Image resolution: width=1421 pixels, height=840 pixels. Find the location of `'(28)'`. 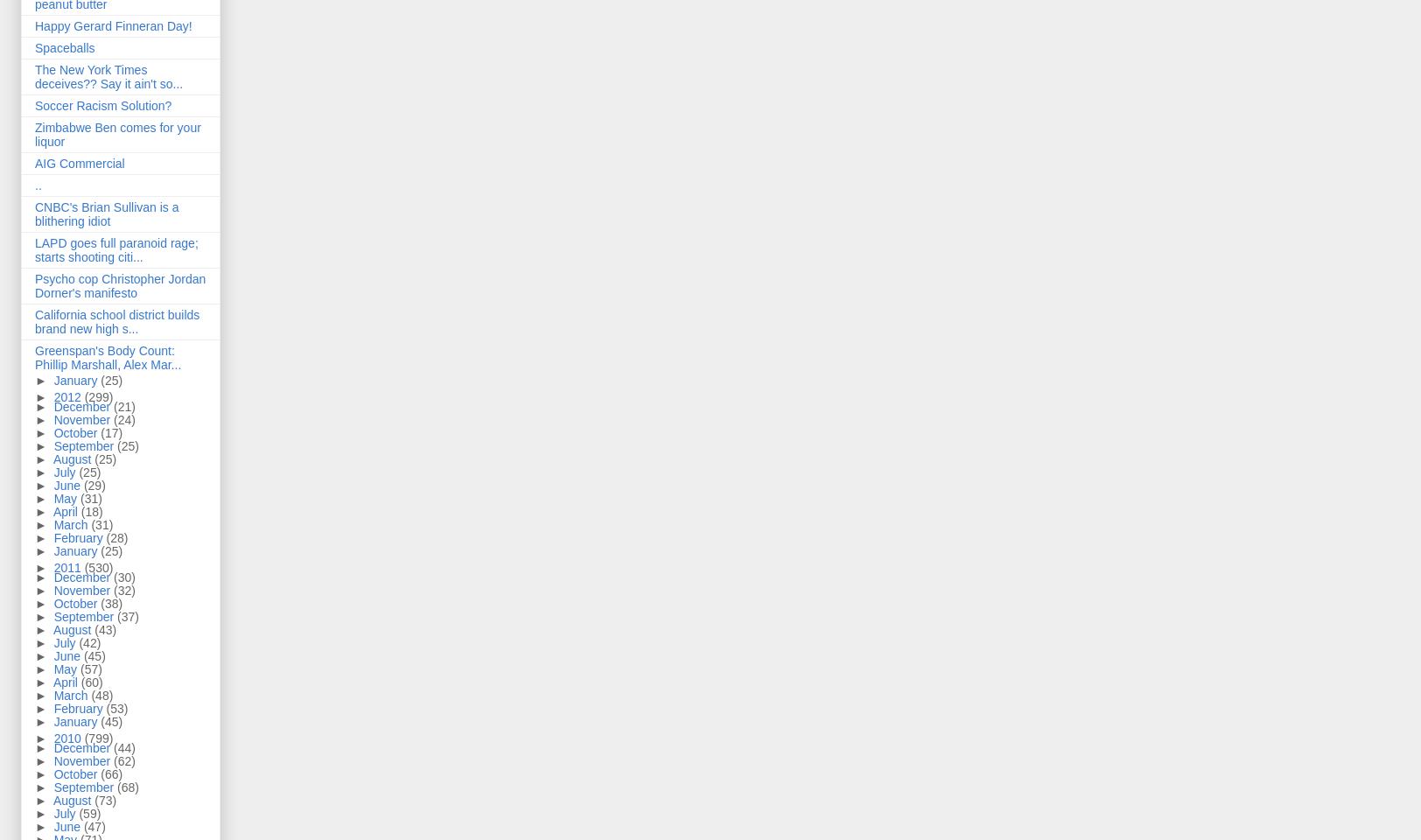

'(28)' is located at coordinates (105, 536).